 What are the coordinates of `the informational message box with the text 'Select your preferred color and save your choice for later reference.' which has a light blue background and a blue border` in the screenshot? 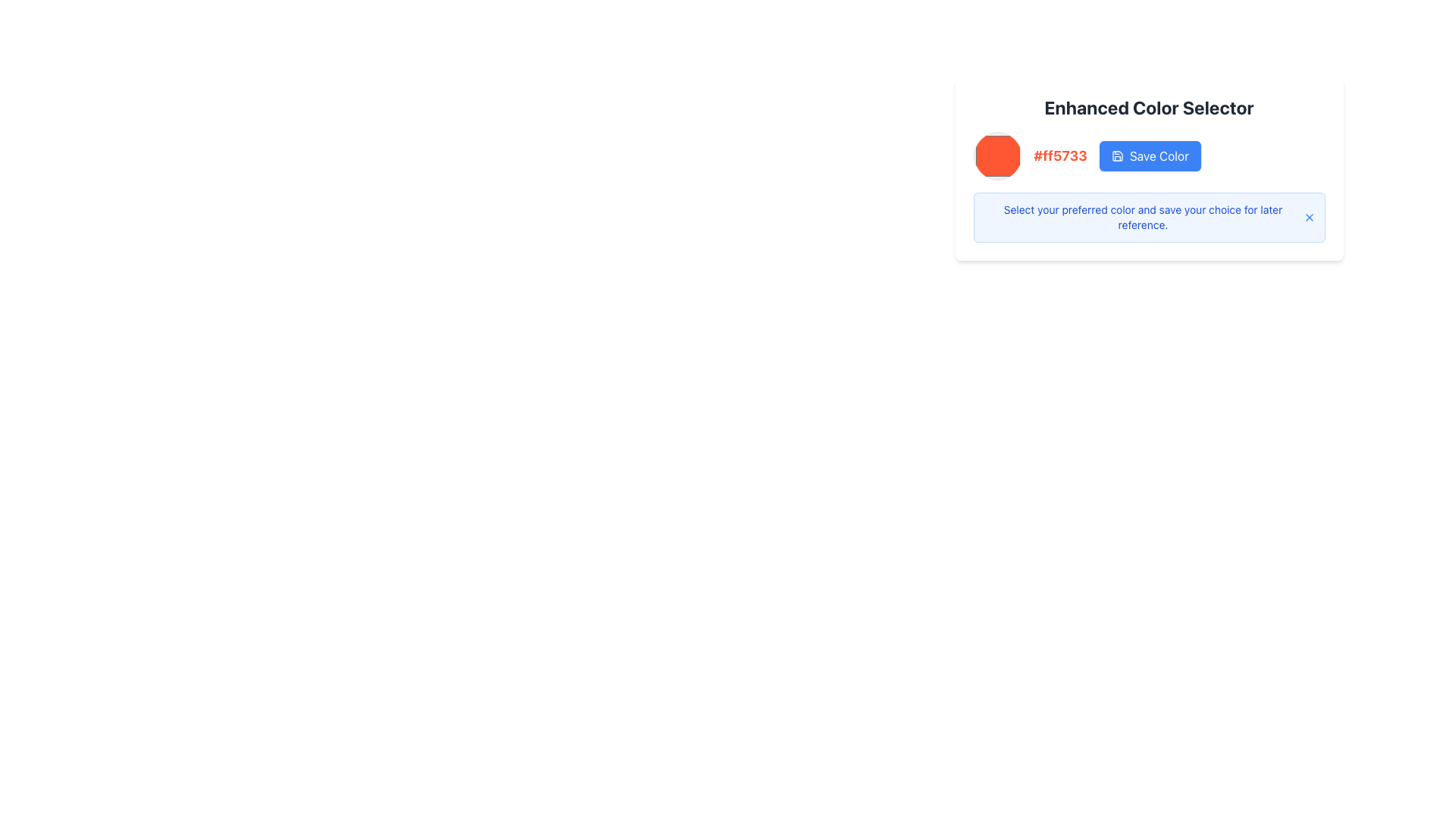 It's located at (1149, 217).